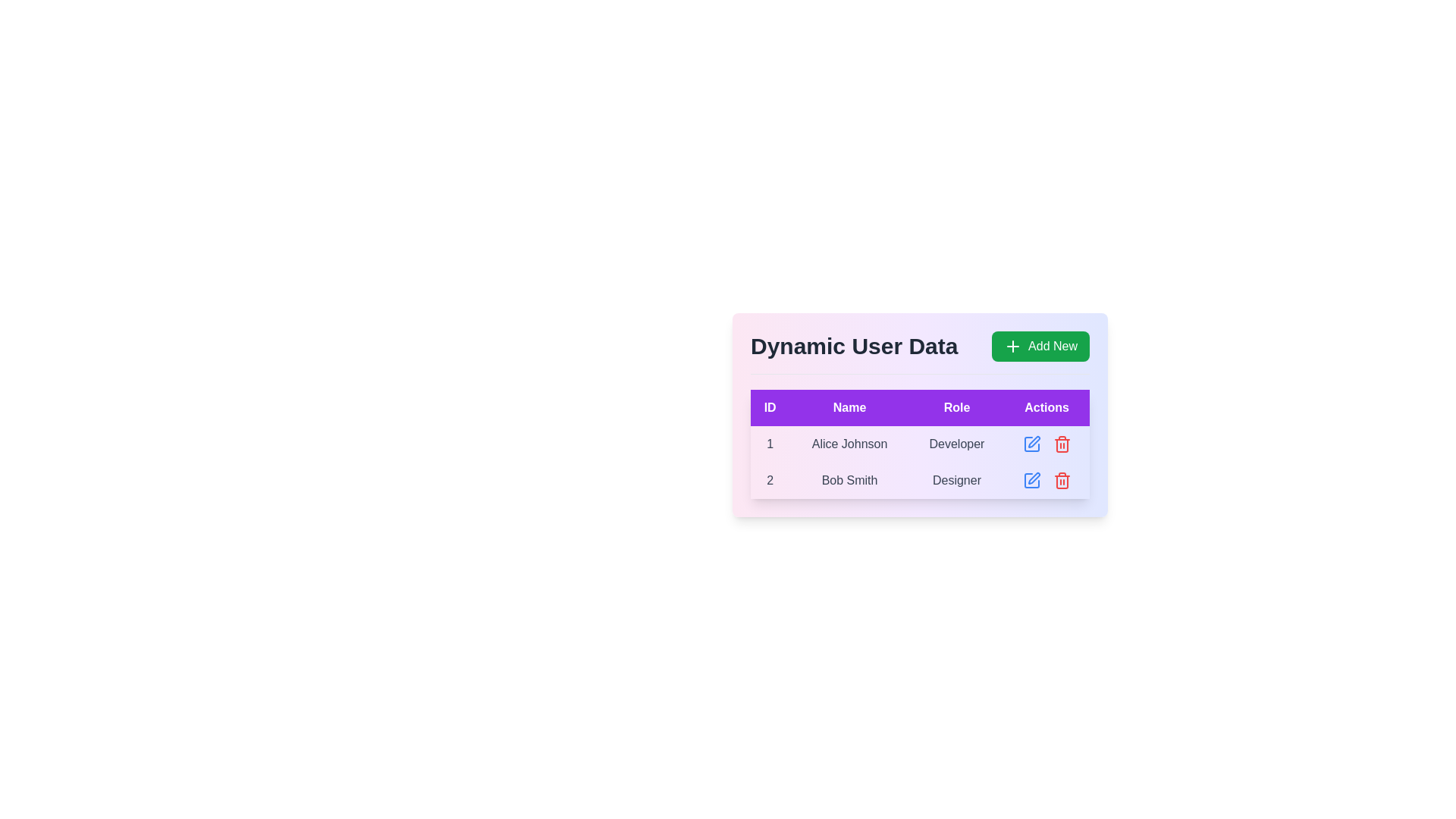 The image size is (1456, 819). What do you see at coordinates (770, 480) in the screenshot?
I see `the text display that shows the identifier number for 'Bob Smith', who is a Designer, located in the second row under the 'ID' column` at bounding box center [770, 480].